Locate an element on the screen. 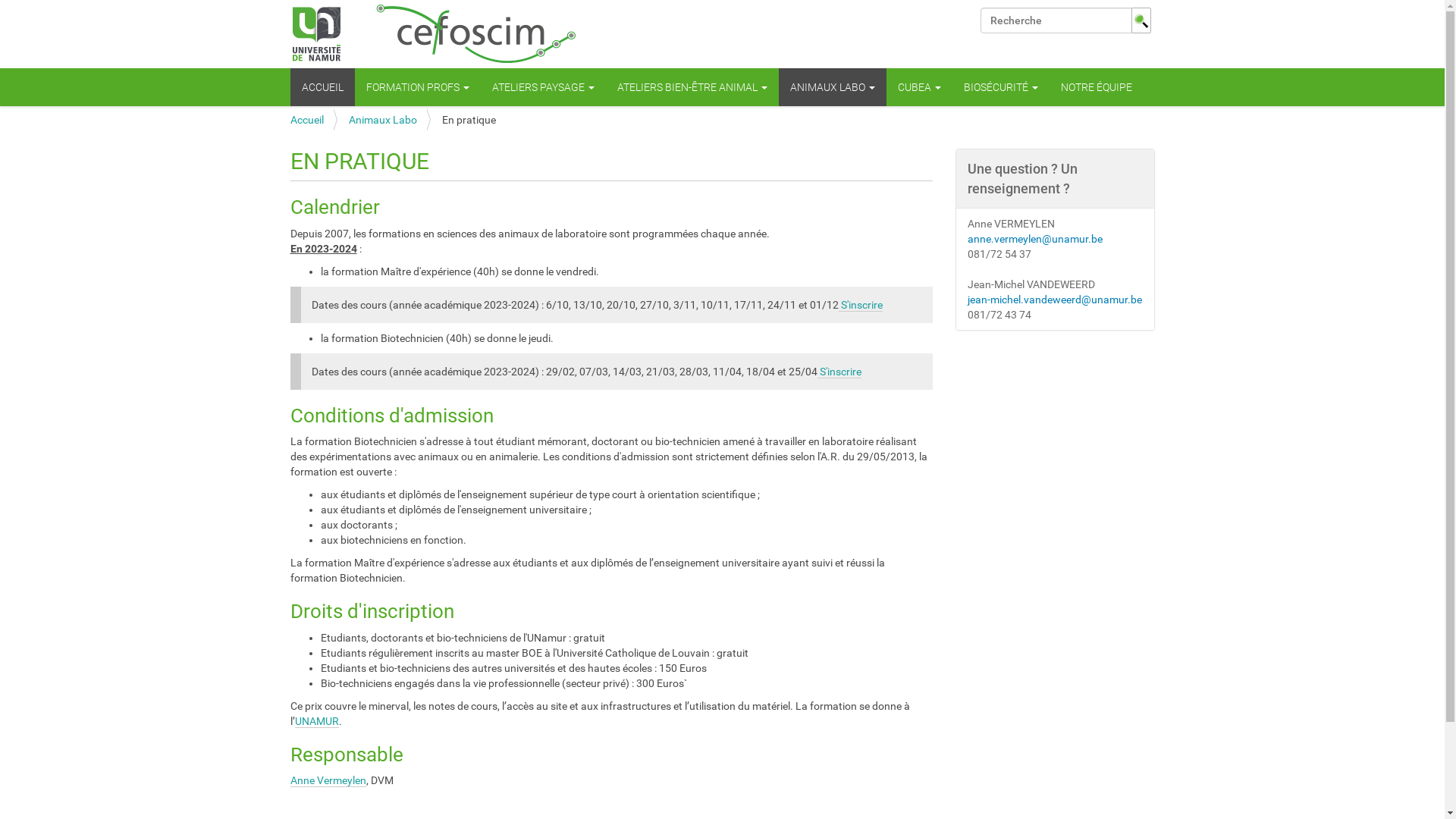 The height and width of the screenshot is (819, 1456). 'anne.vermeylen@unamur.be' is located at coordinates (967, 239).